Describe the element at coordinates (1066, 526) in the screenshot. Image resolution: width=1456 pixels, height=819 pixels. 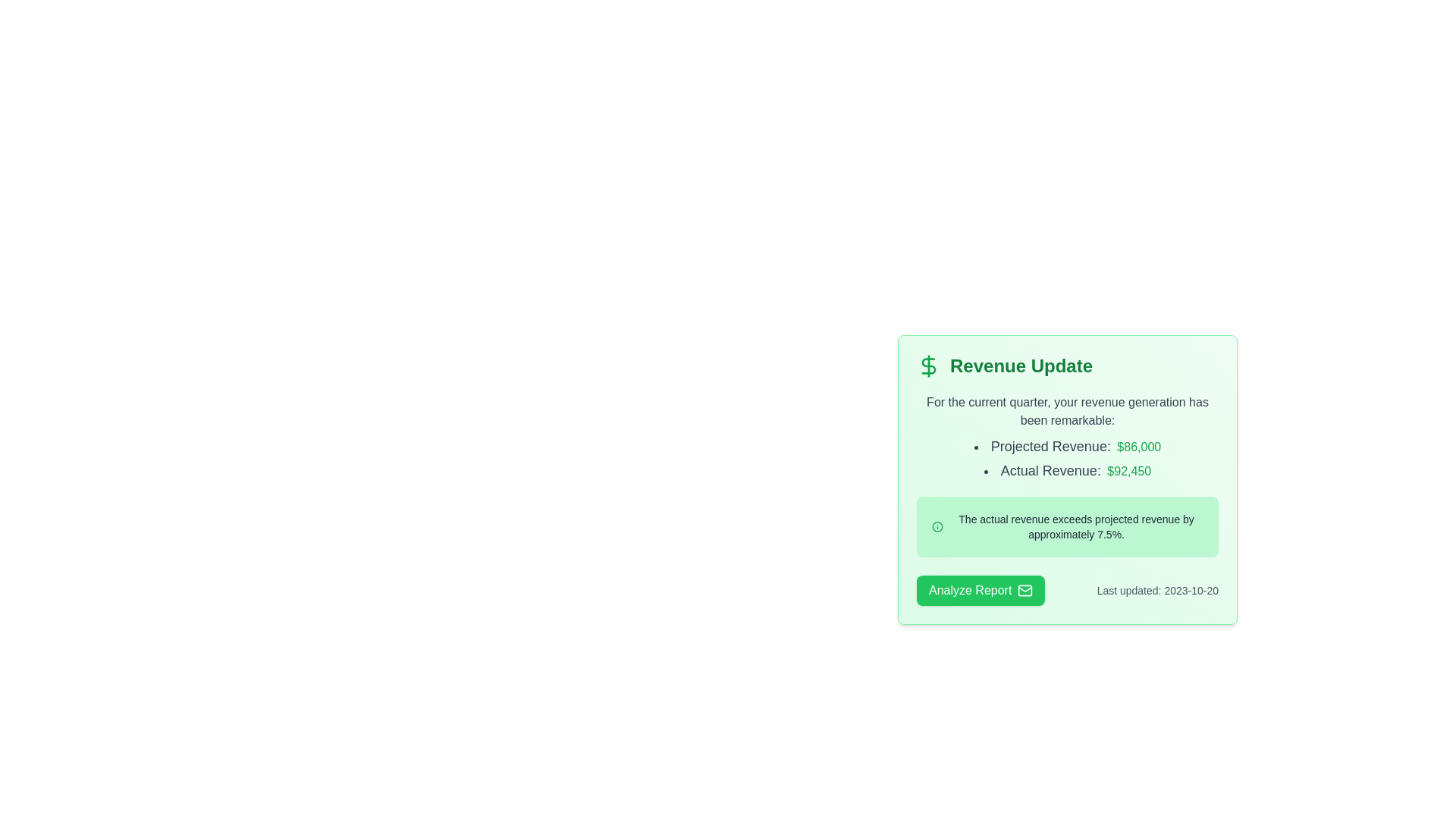
I see `the informational display text located in the highlighted green section of the 'Revenue Update' card, positioned below the actual and projected revenue values and above the 'Analyze Report' button` at that location.